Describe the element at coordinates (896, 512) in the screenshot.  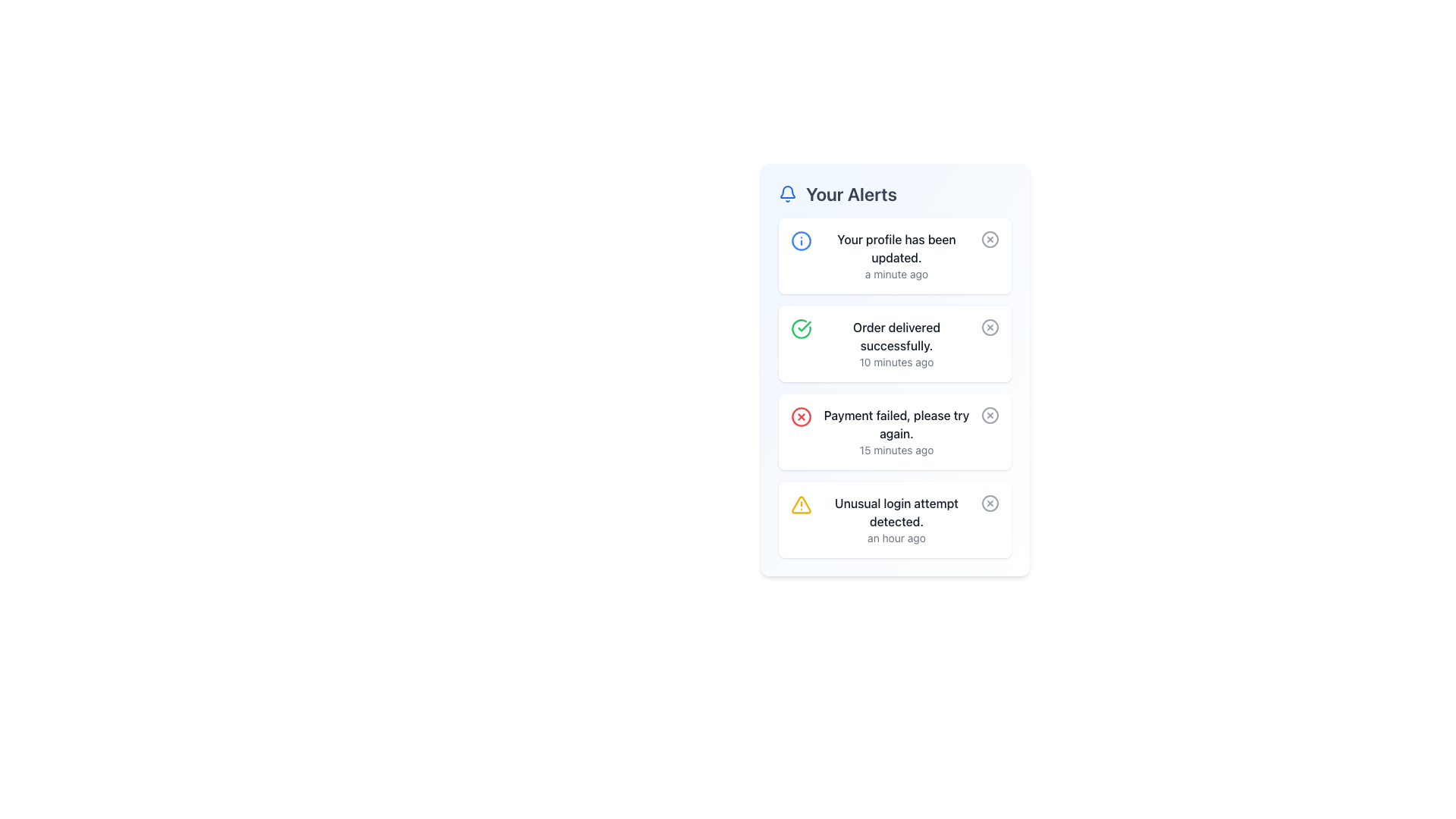
I see `text label that notifies the user about a potential security issue, located at the top of the notification card in the 'Your Alerts' panel, above the timestamp 'an hour ago'` at that location.